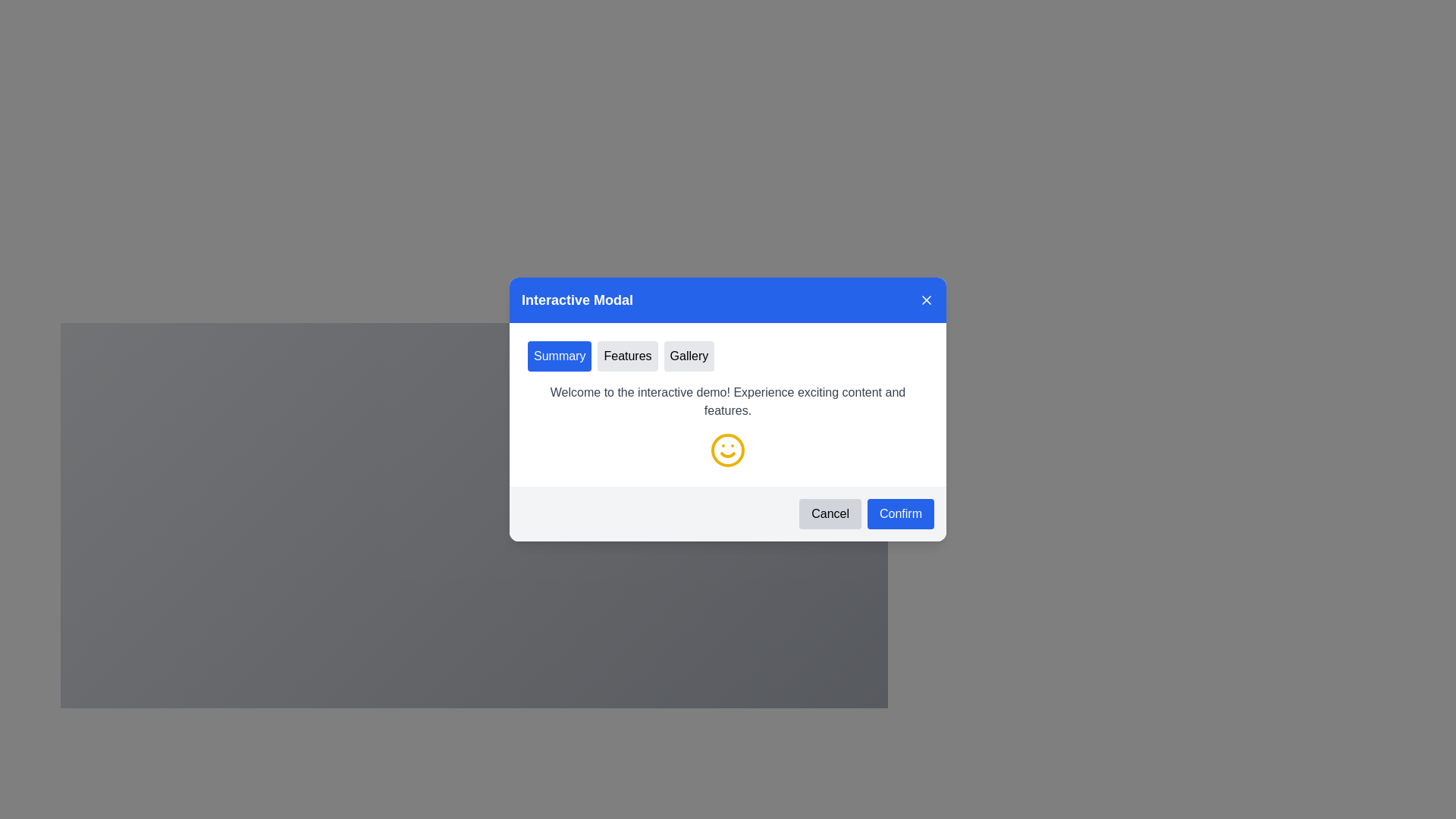 Image resolution: width=1456 pixels, height=819 pixels. Describe the element at coordinates (830, 513) in the screenshot. I see `the 'Cancel' button with rounded corners and a gray background, which is positioned to the left of the 'Confirm' button in the footer section of the modal` at that location.